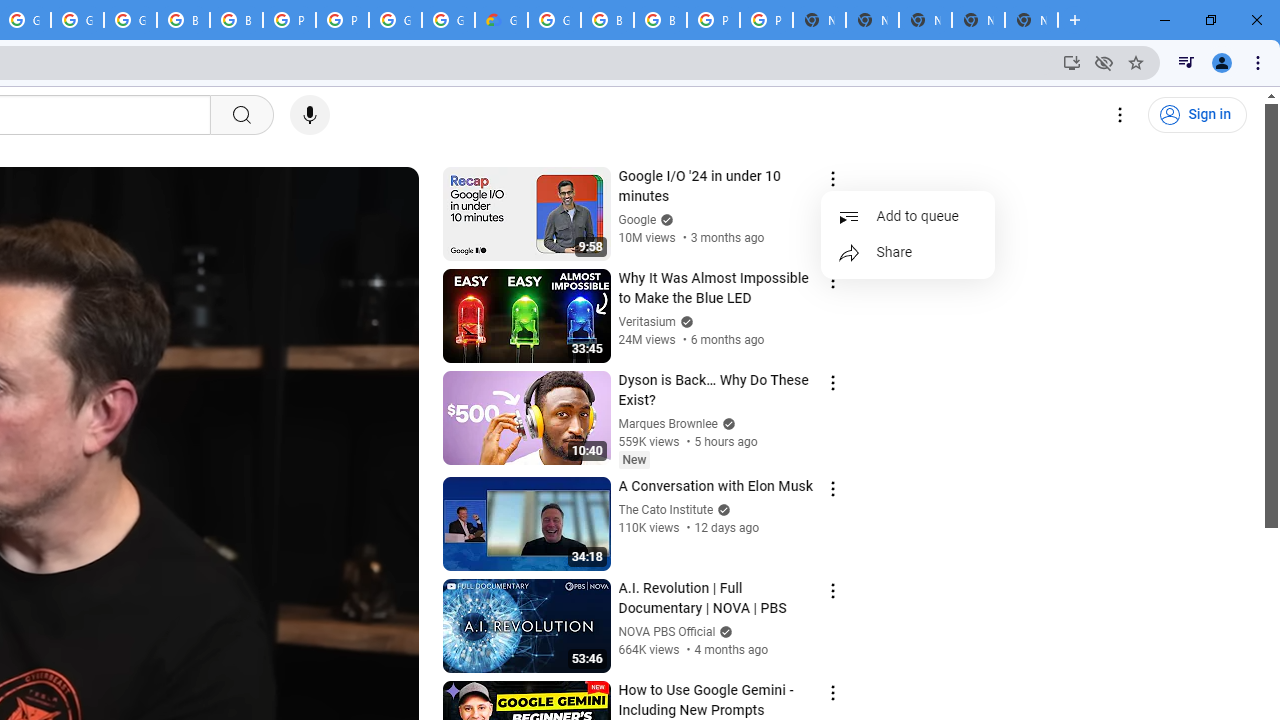 The height and width of the screenshot is (720, 1280). Describe the element at coordinates (395, 20) in the screenshot. I see `'Google Cloud Platform'` at that location.